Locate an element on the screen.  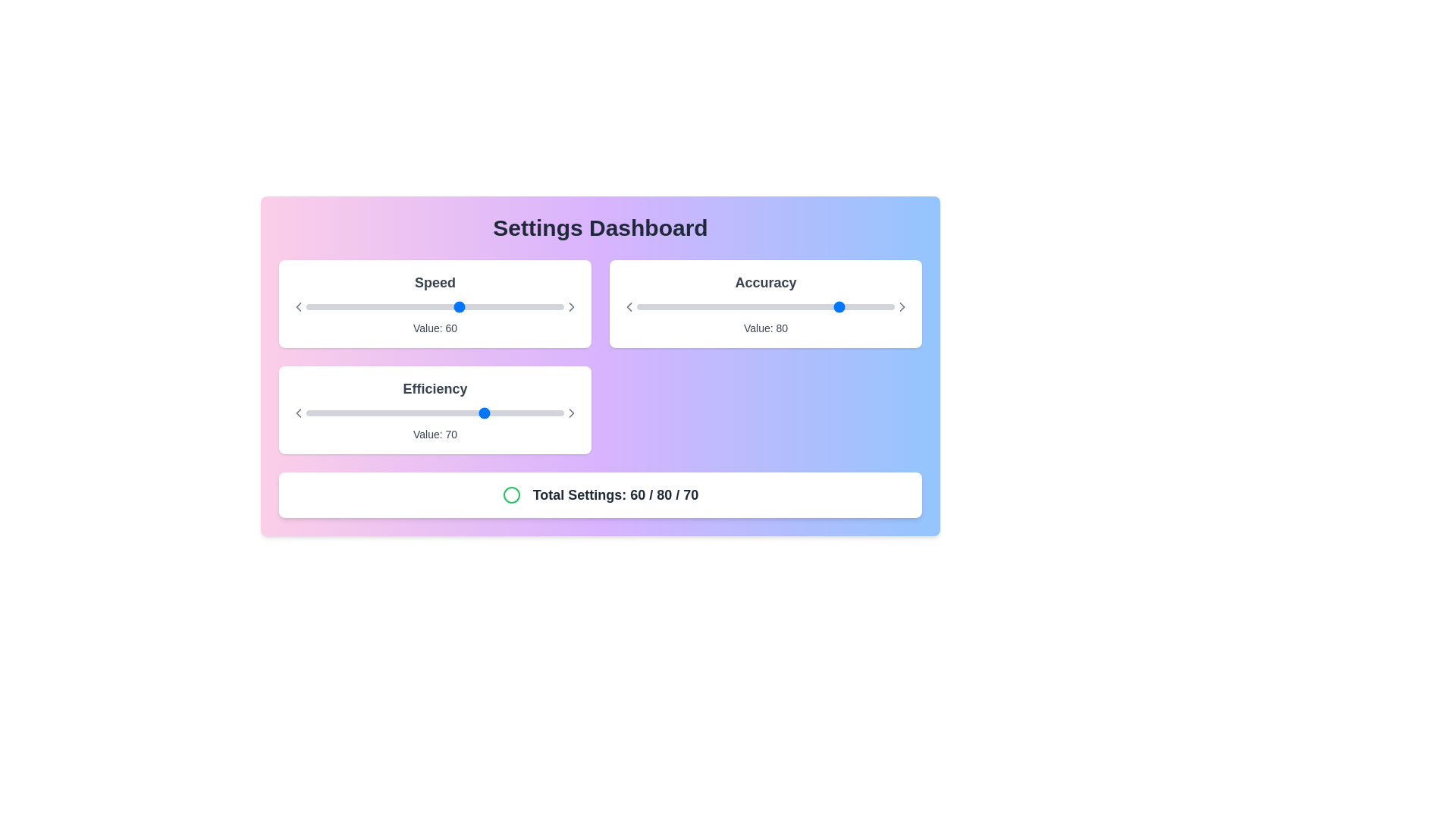
the slider is located at coordinates (472, 307).